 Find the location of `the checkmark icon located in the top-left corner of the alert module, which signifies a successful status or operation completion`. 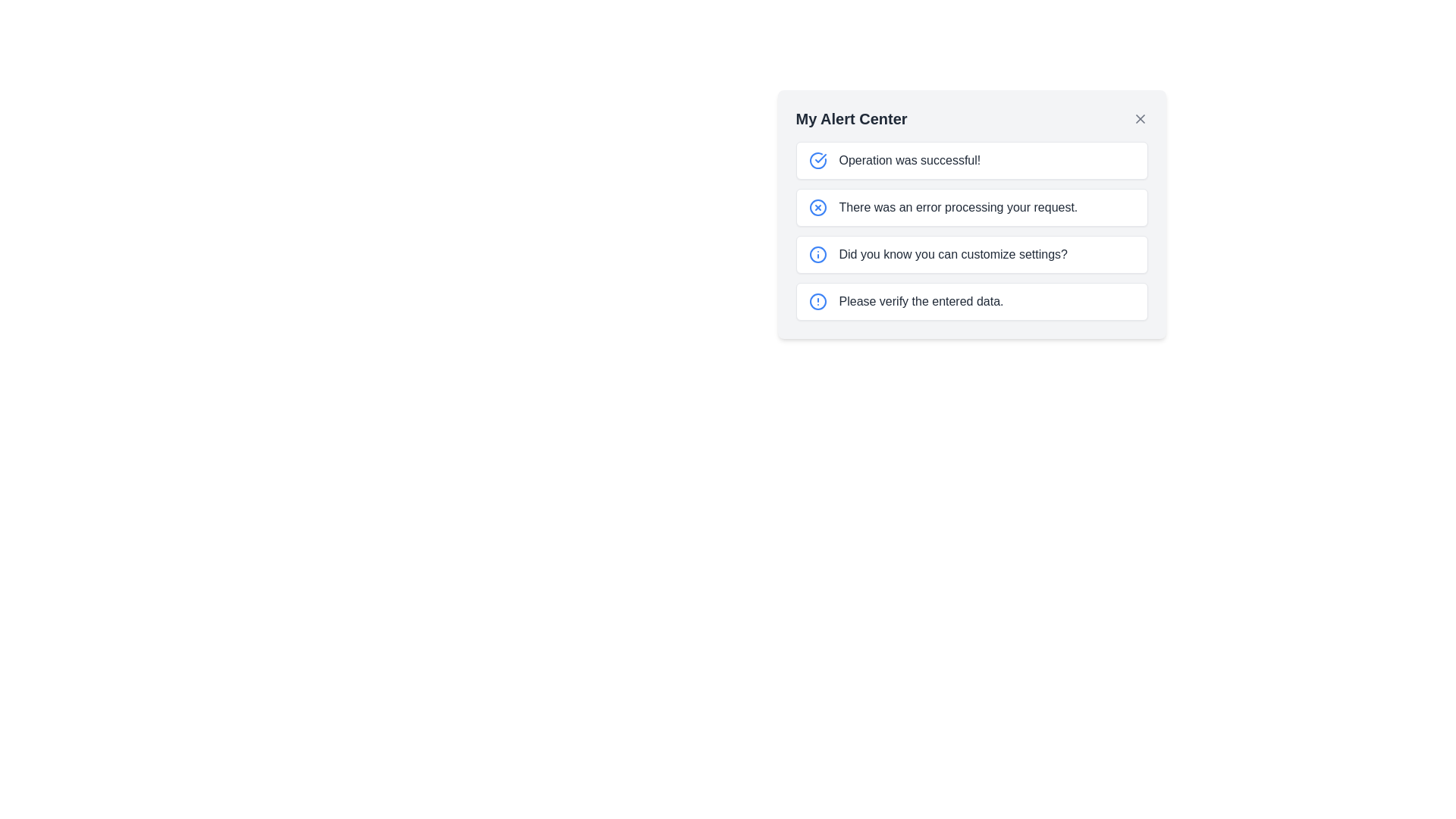

the checkmark icon located in the top-left corner of the alert module, which signifies a successful status or operation completion is located at coordinates (819, 158).